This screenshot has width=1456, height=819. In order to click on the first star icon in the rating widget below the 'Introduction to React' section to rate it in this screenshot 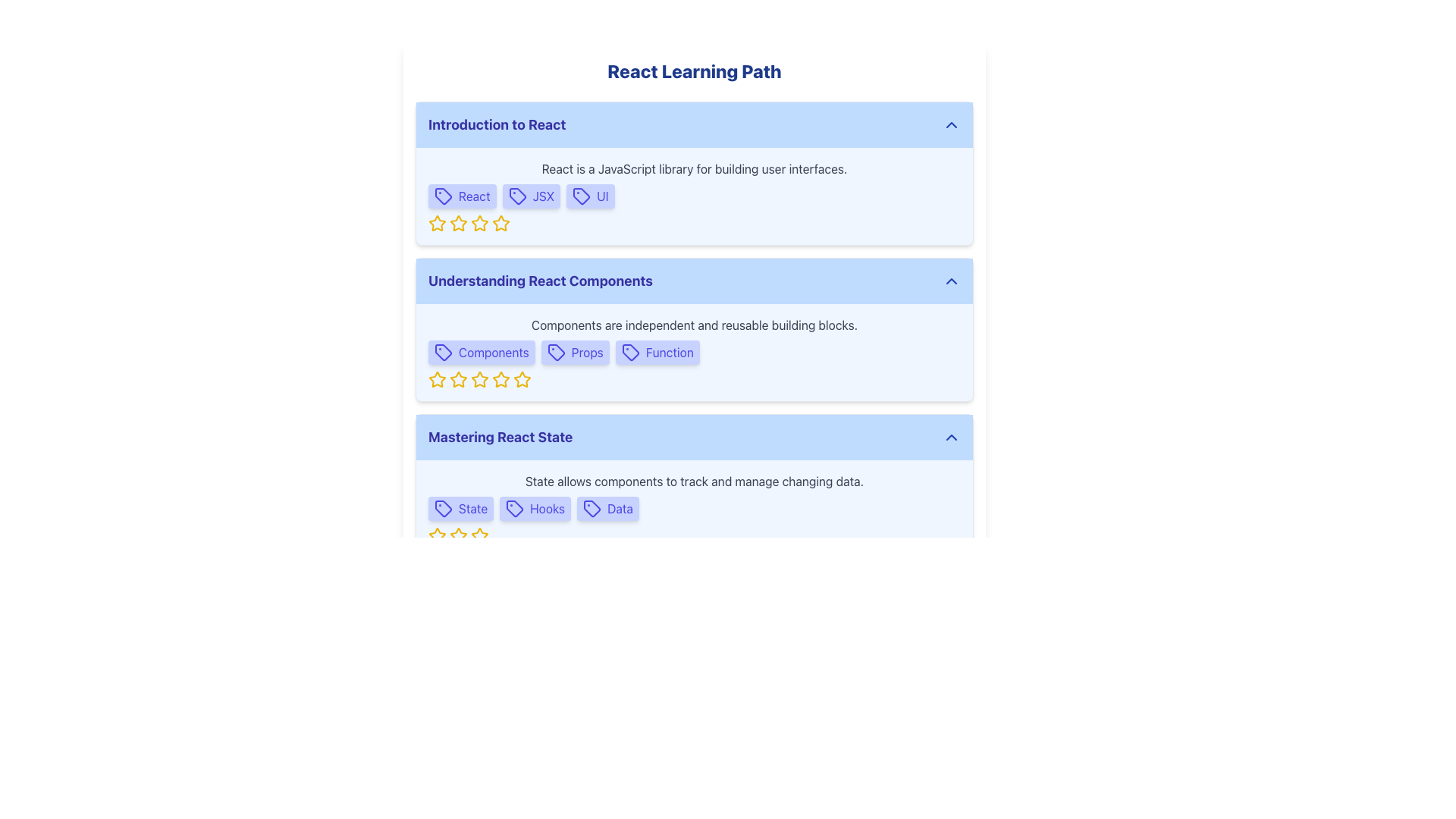, I will do `click(436, 223)`.